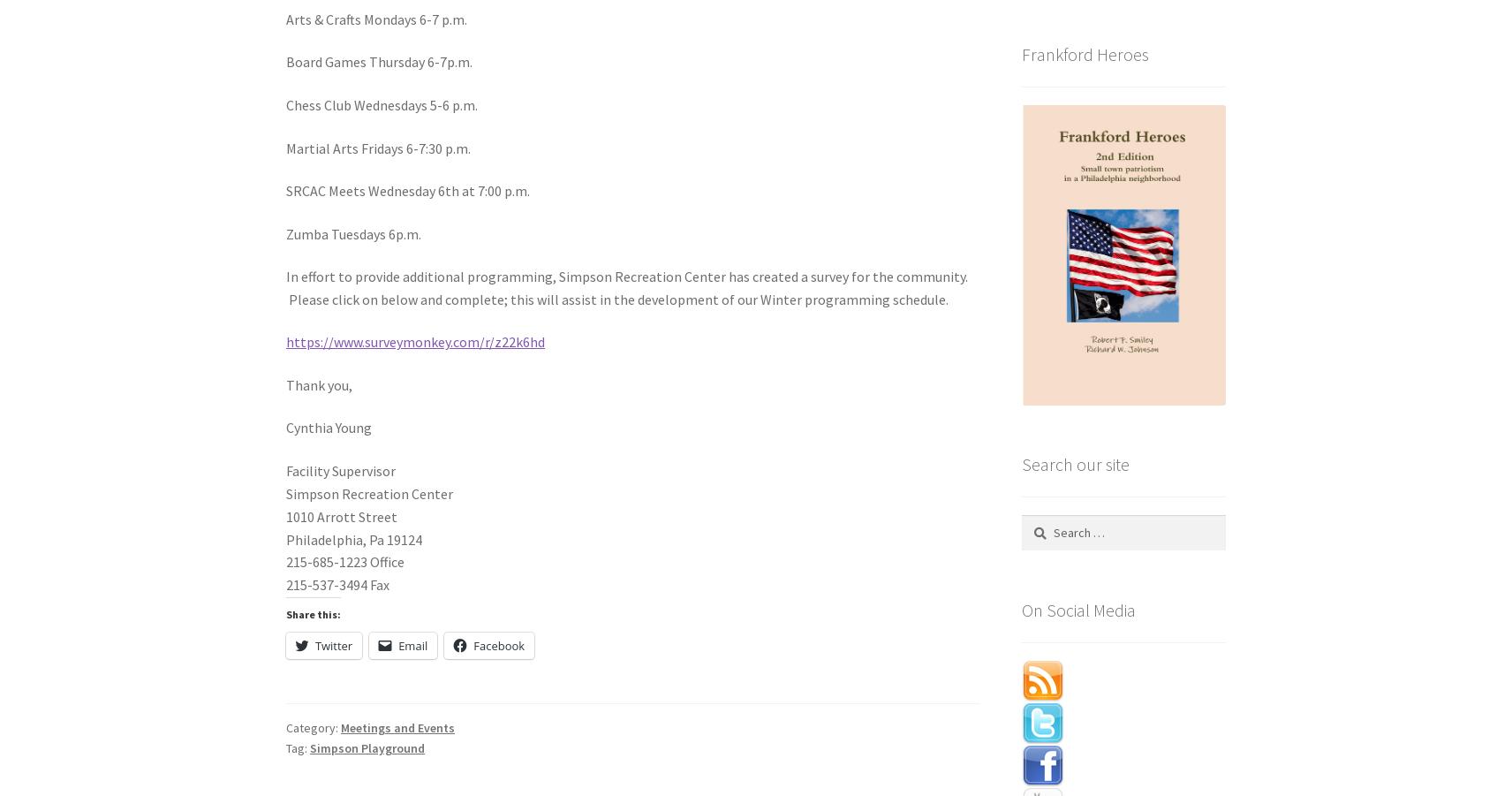 The height and width of the screenshot is (796, 1512). Describe the element at coordinates (286, 747) in the screenshot. I see `'Tag:'` at that location.